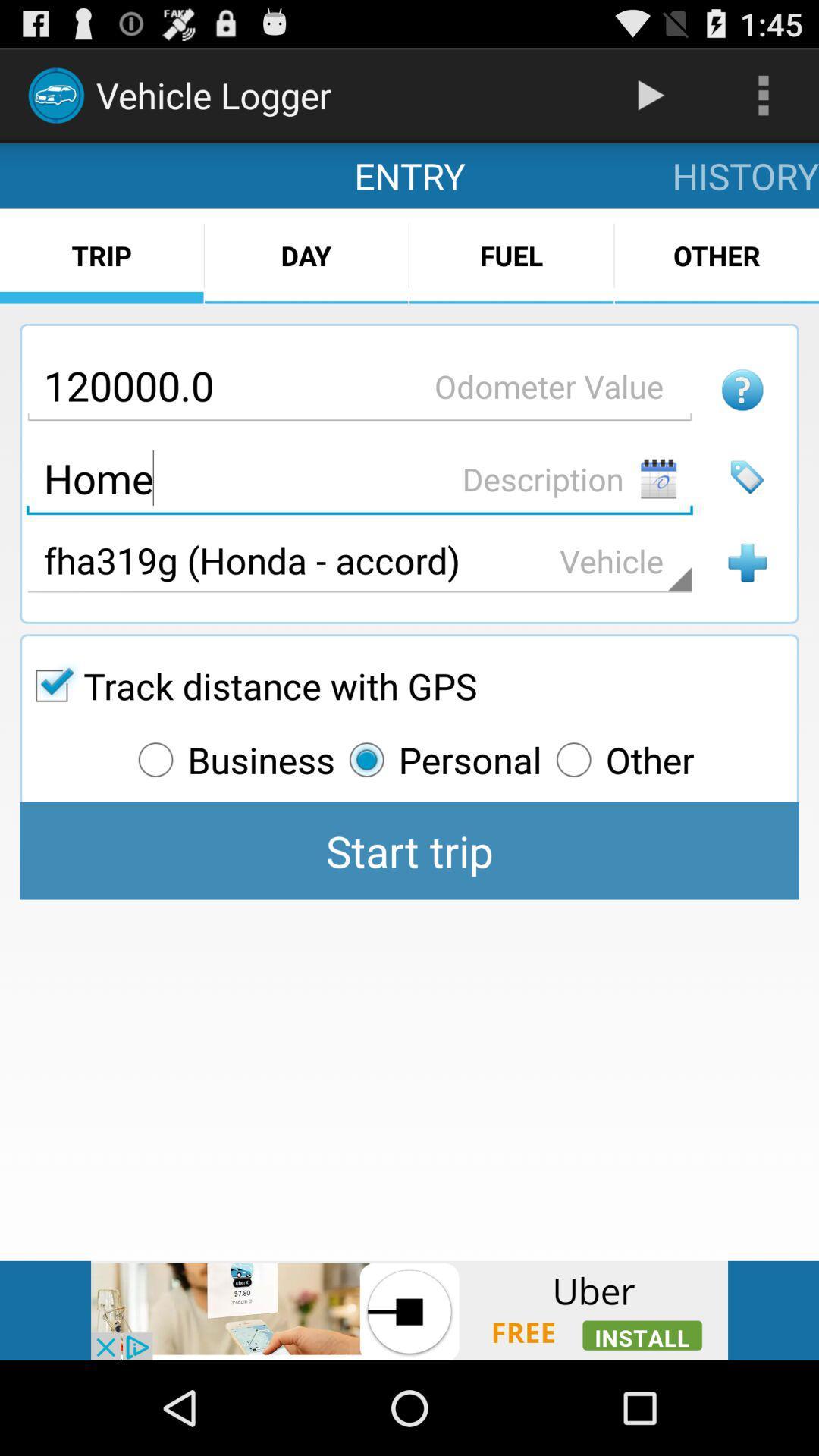  What do you see at coordinates (746, 601) in the screenshot?
I see `the add icon` at bounding box center [746, 601].